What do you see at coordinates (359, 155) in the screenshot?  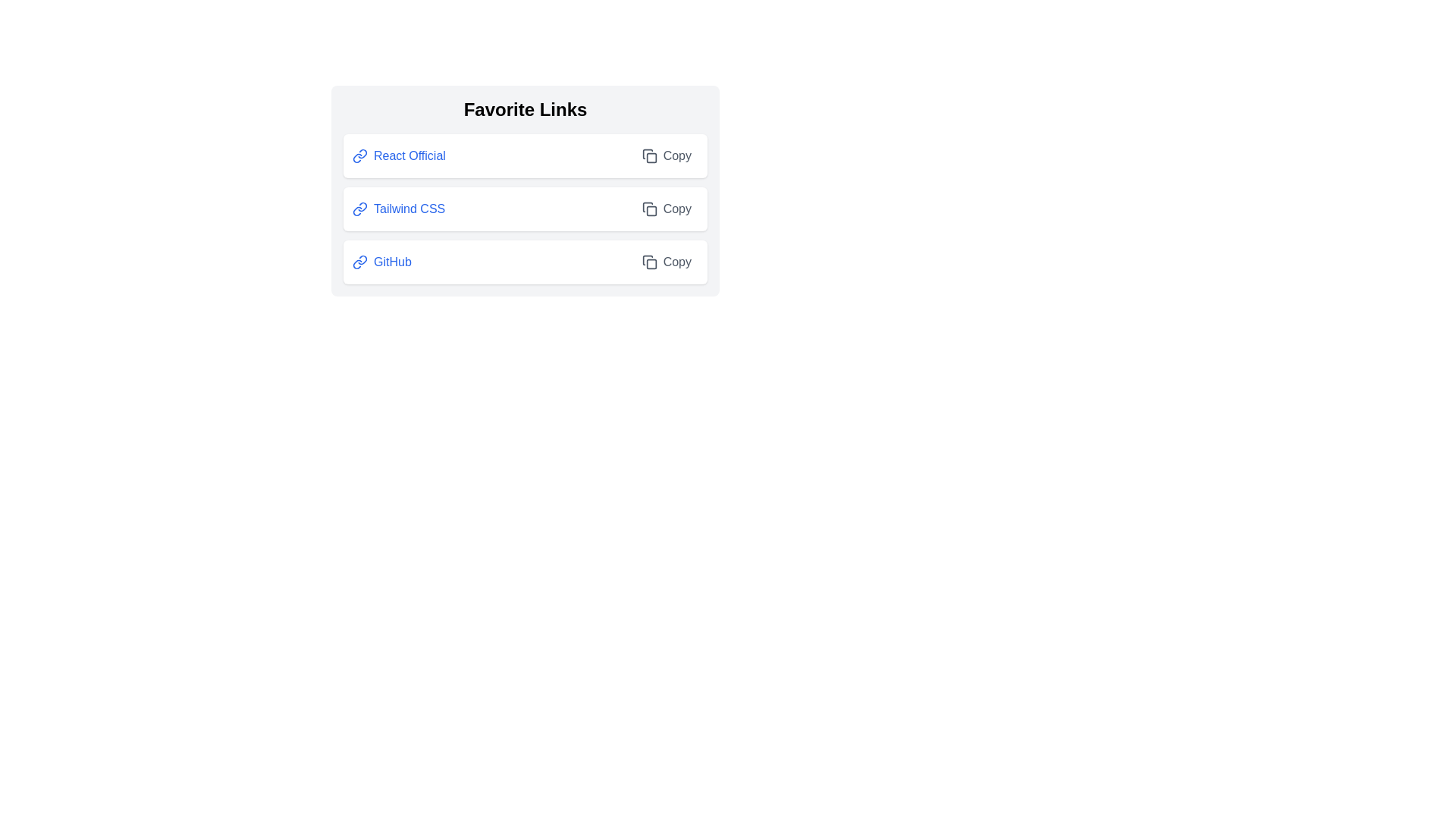 I see `the hyperlink represented by the Icon located to the left of the 'React Official' text in the 'Favorite Links' section` at bounding box center [359, 155].